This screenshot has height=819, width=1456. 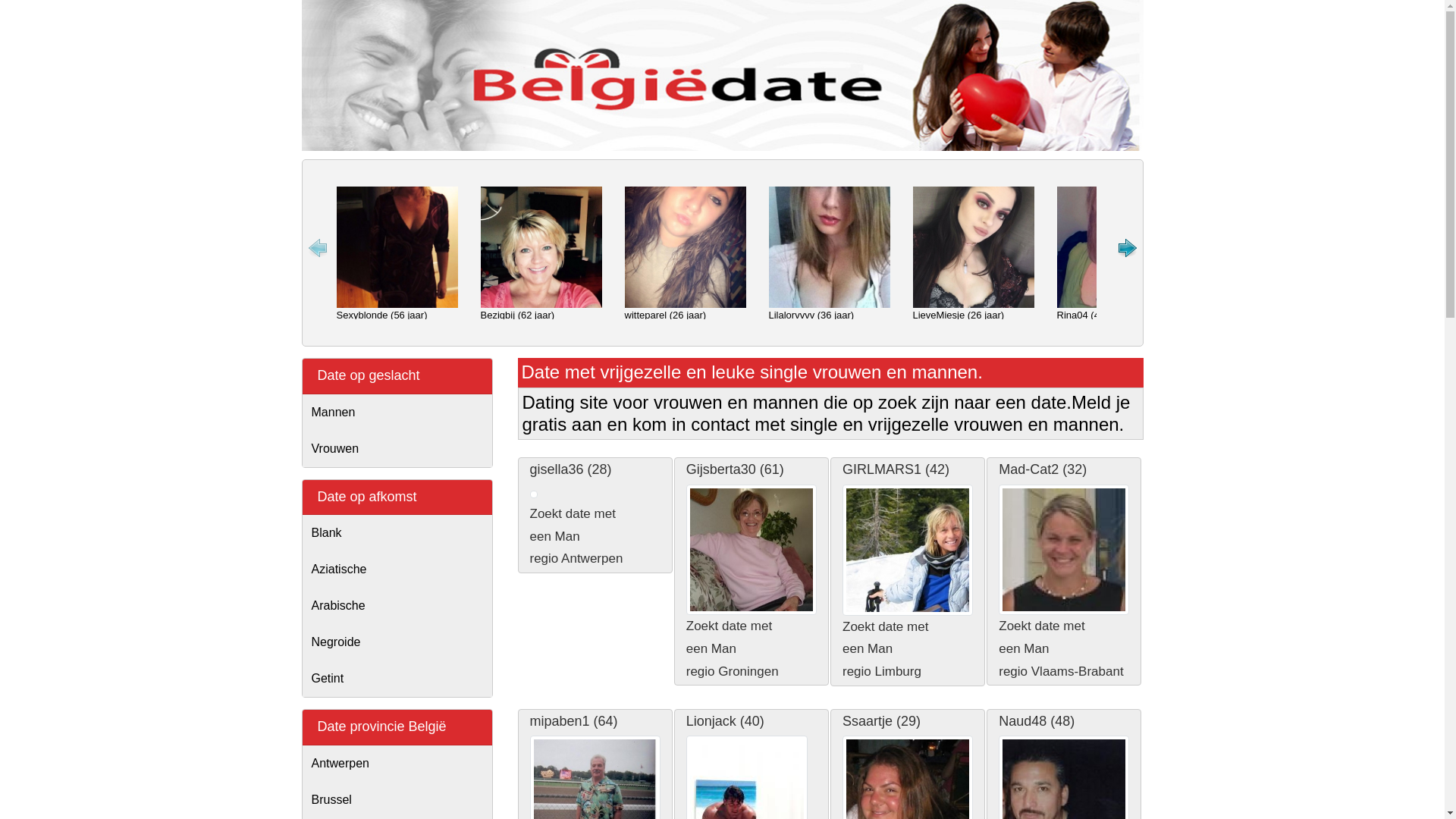 I want to click on 'Negroide', so click(x=397, y=642).